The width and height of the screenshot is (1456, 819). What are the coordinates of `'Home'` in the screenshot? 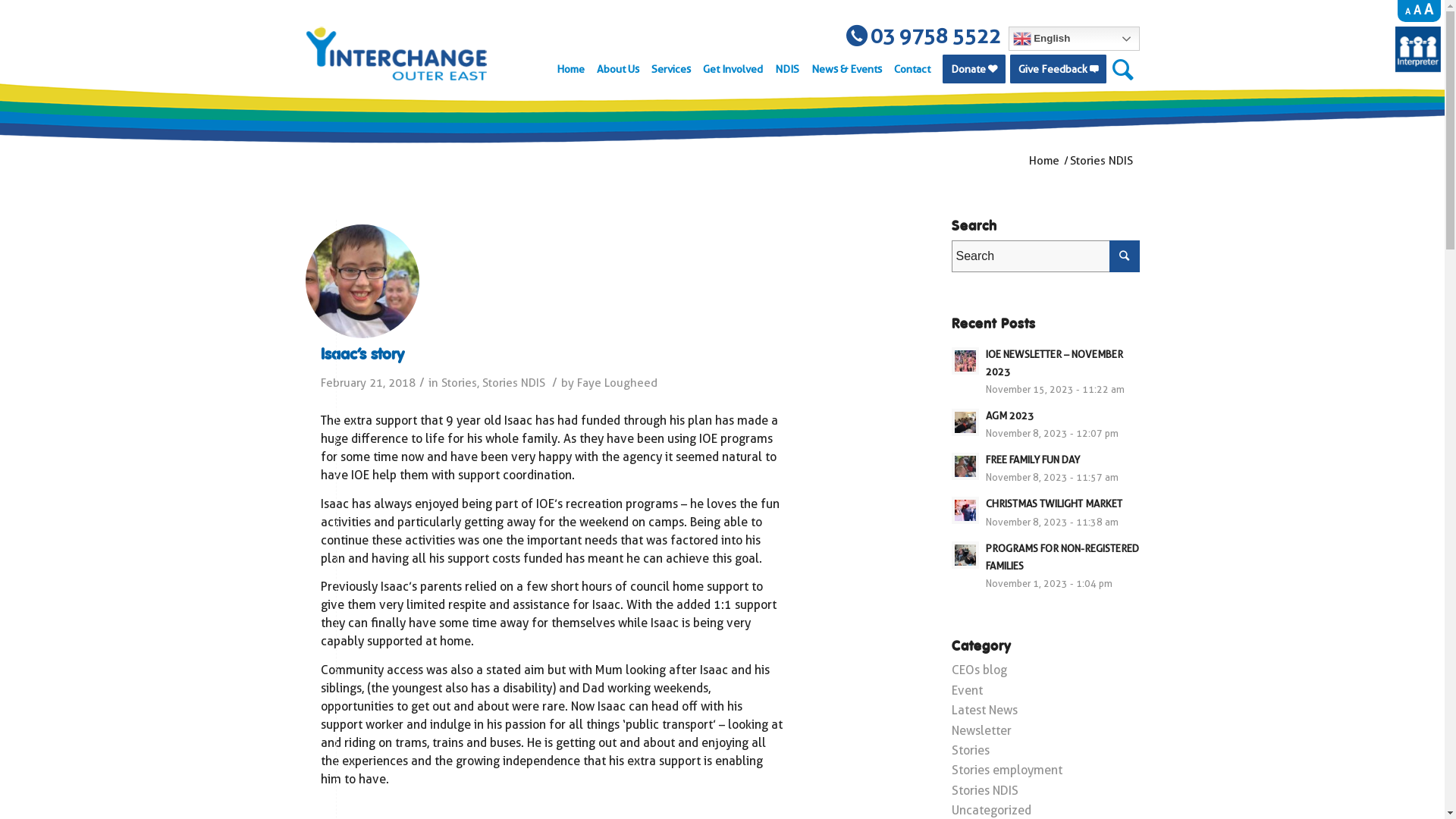 It's located at (1043, 161).